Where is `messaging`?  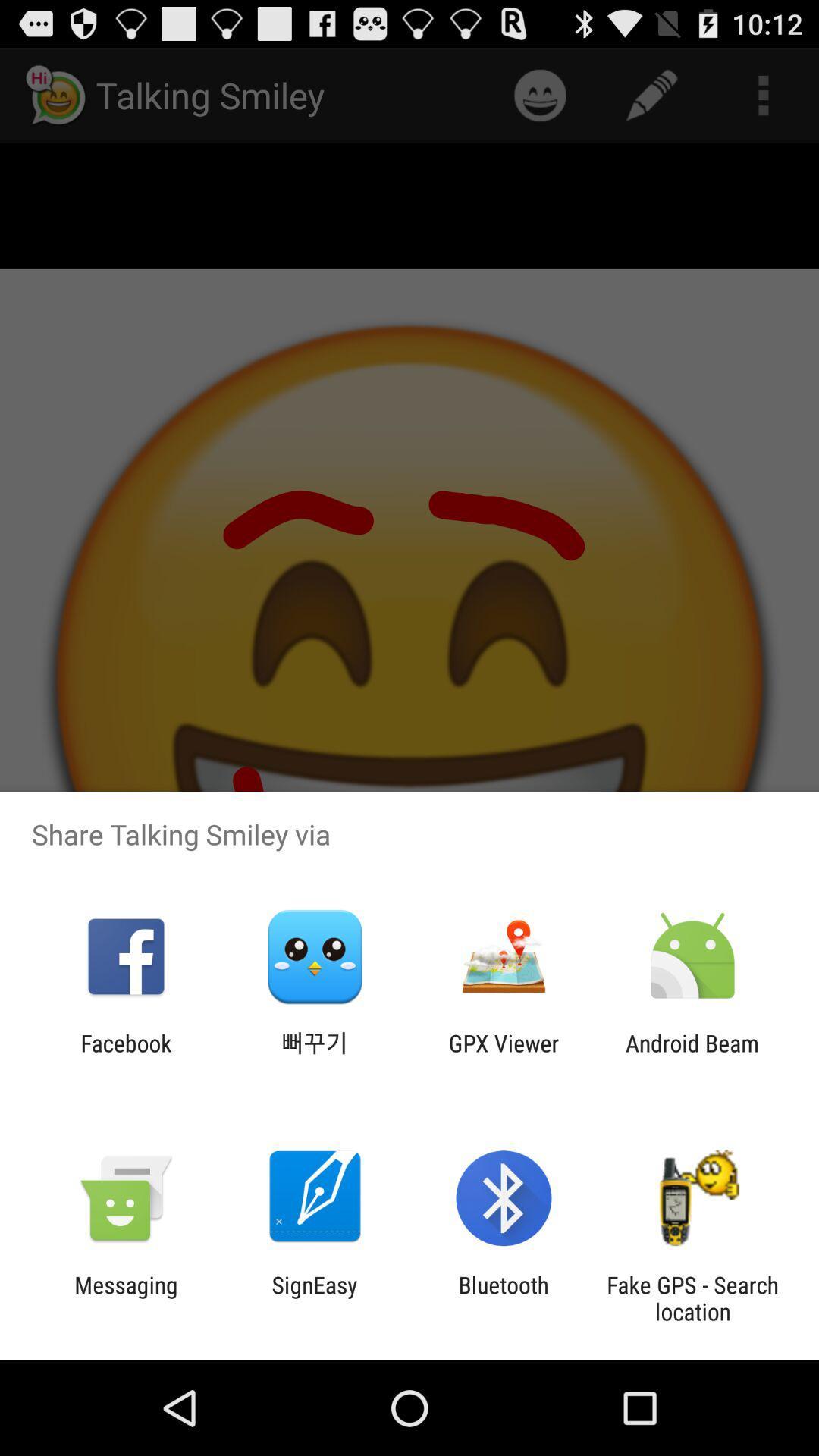 messaging is located at coordinates (125, 1298).